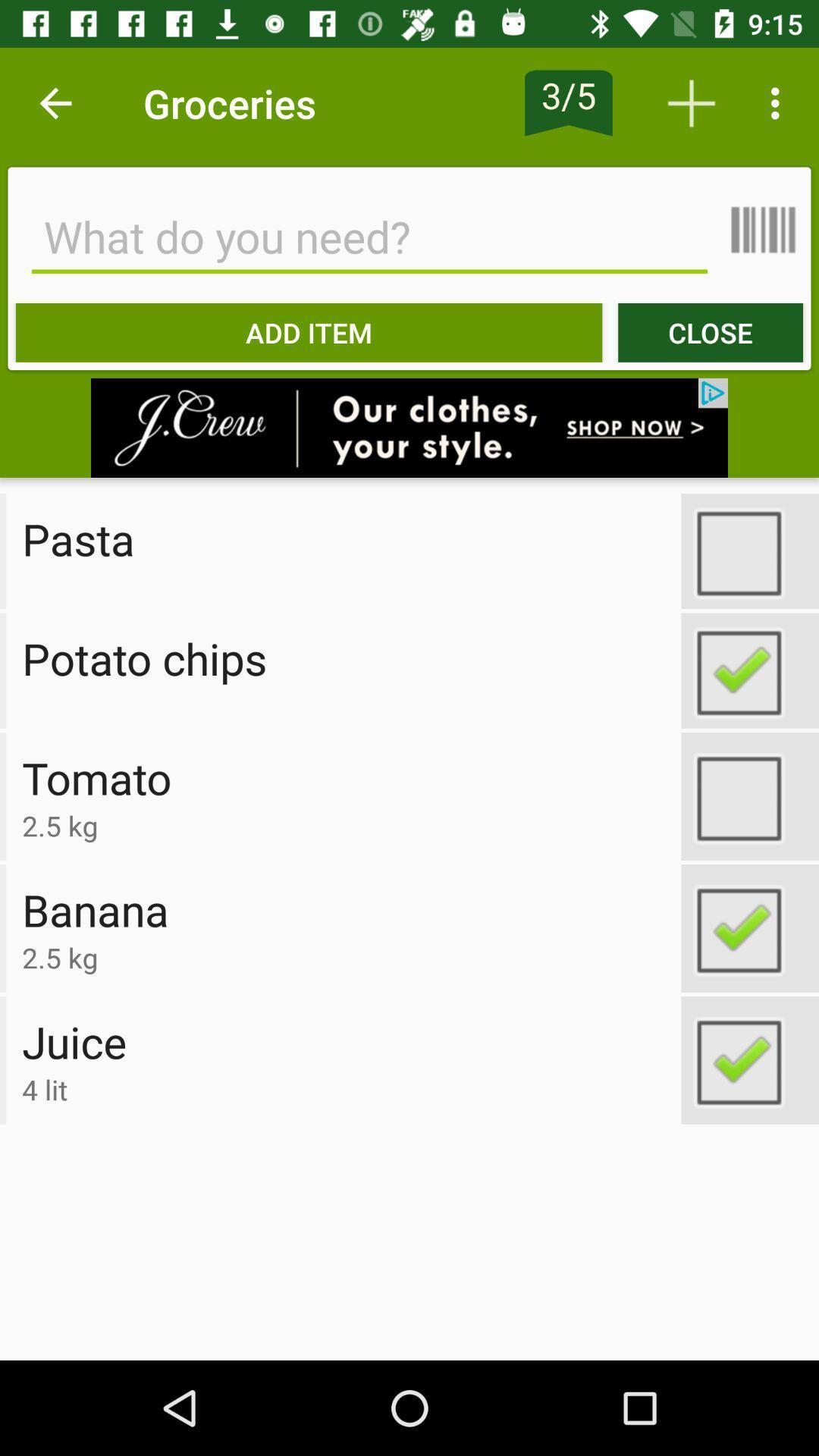 Image resolution: width=819 pixels, height=1456 pixels. I want to click on option, so click(749, 670).